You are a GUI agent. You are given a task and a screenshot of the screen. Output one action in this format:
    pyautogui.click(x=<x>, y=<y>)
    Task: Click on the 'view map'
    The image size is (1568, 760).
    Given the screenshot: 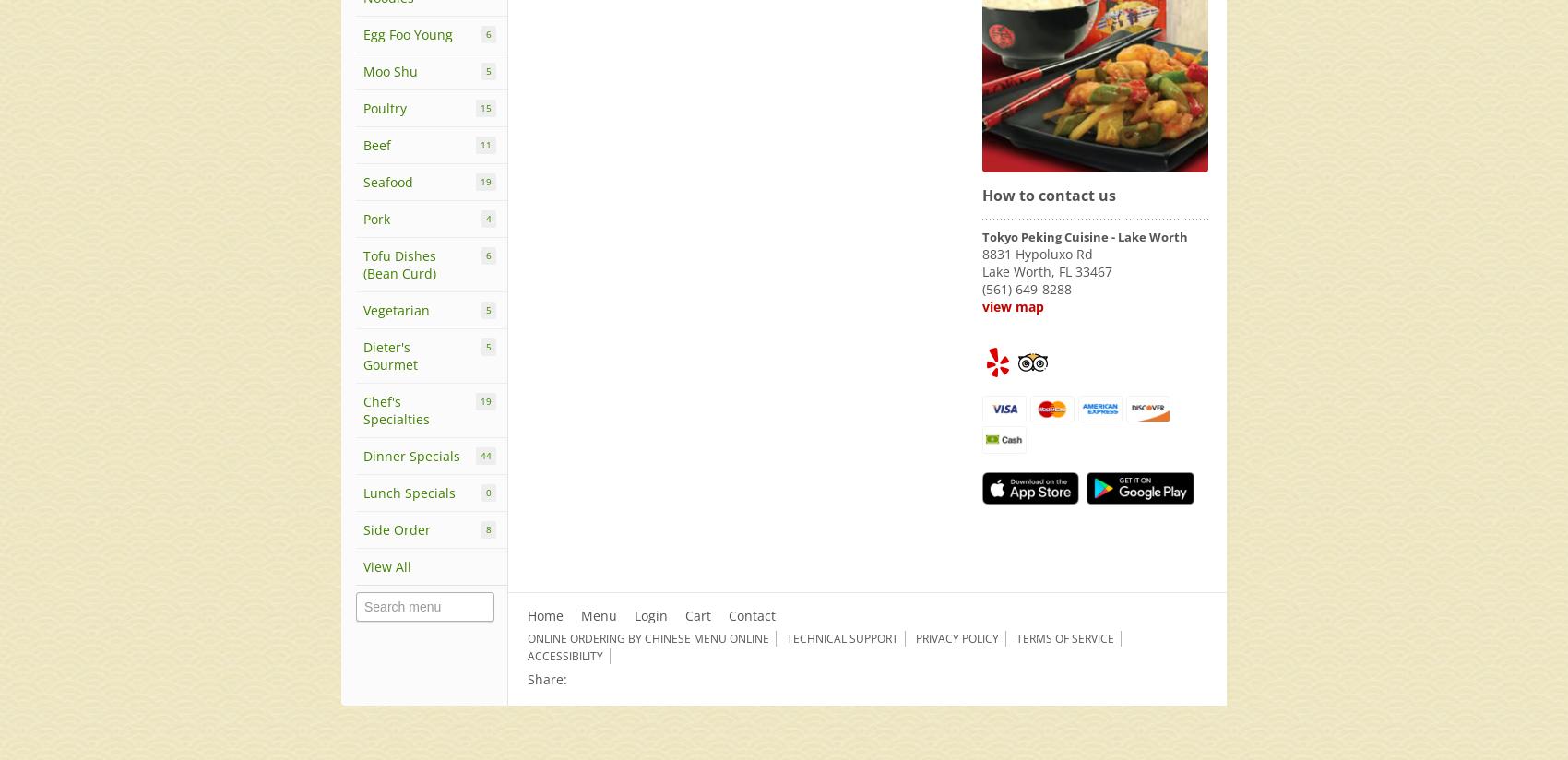 What is the action you would take?
    pyautogui.click(x=1013, y=305)
    